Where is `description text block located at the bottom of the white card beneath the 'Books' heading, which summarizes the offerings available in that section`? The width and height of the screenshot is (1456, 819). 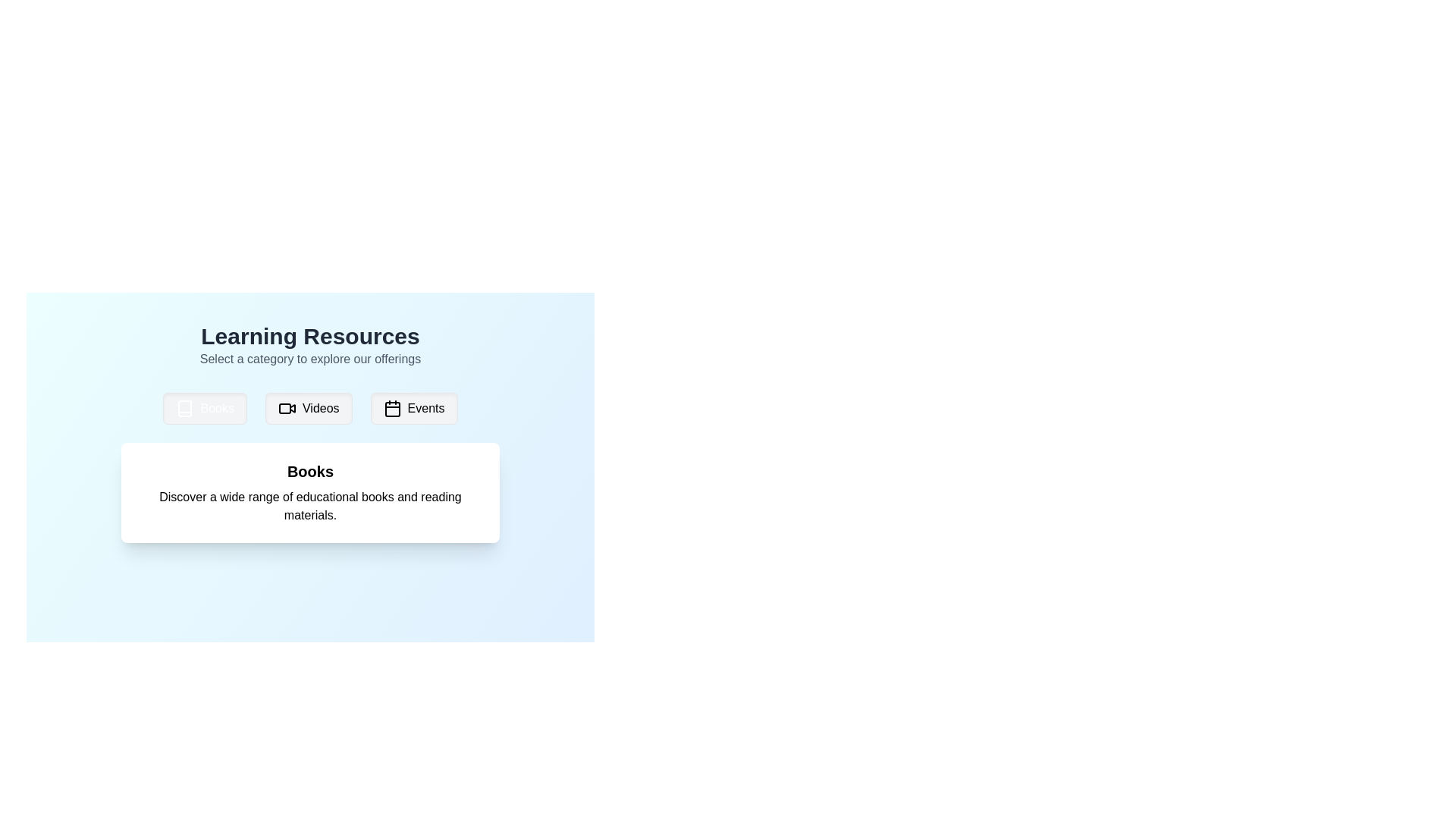 description text block located at the bottom of the white card beneath the 'Books' heading, which summarizes the offerings available in that section is located at coordinates (309, 506).